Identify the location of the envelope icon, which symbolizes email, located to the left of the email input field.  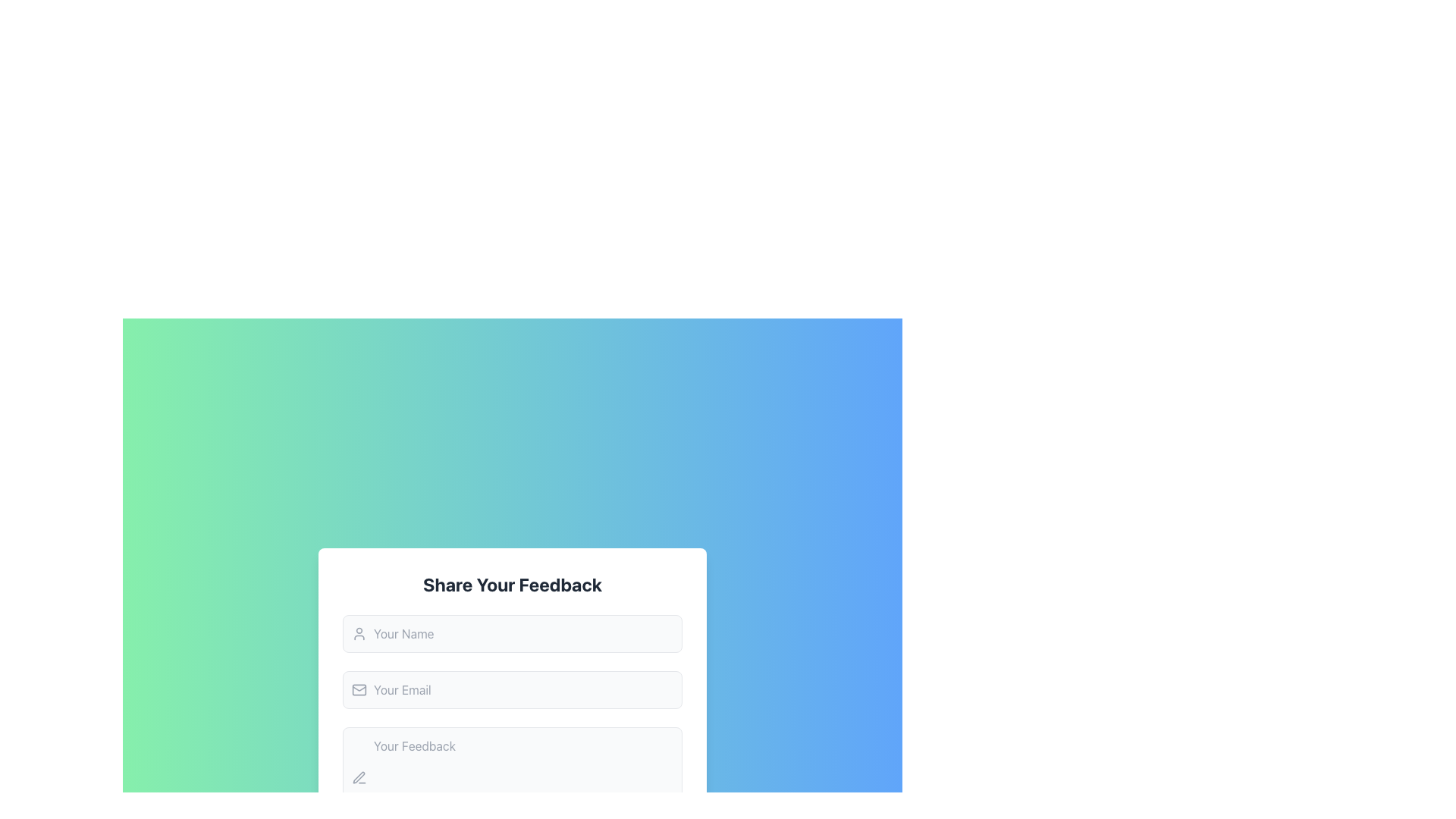
(359, 690).